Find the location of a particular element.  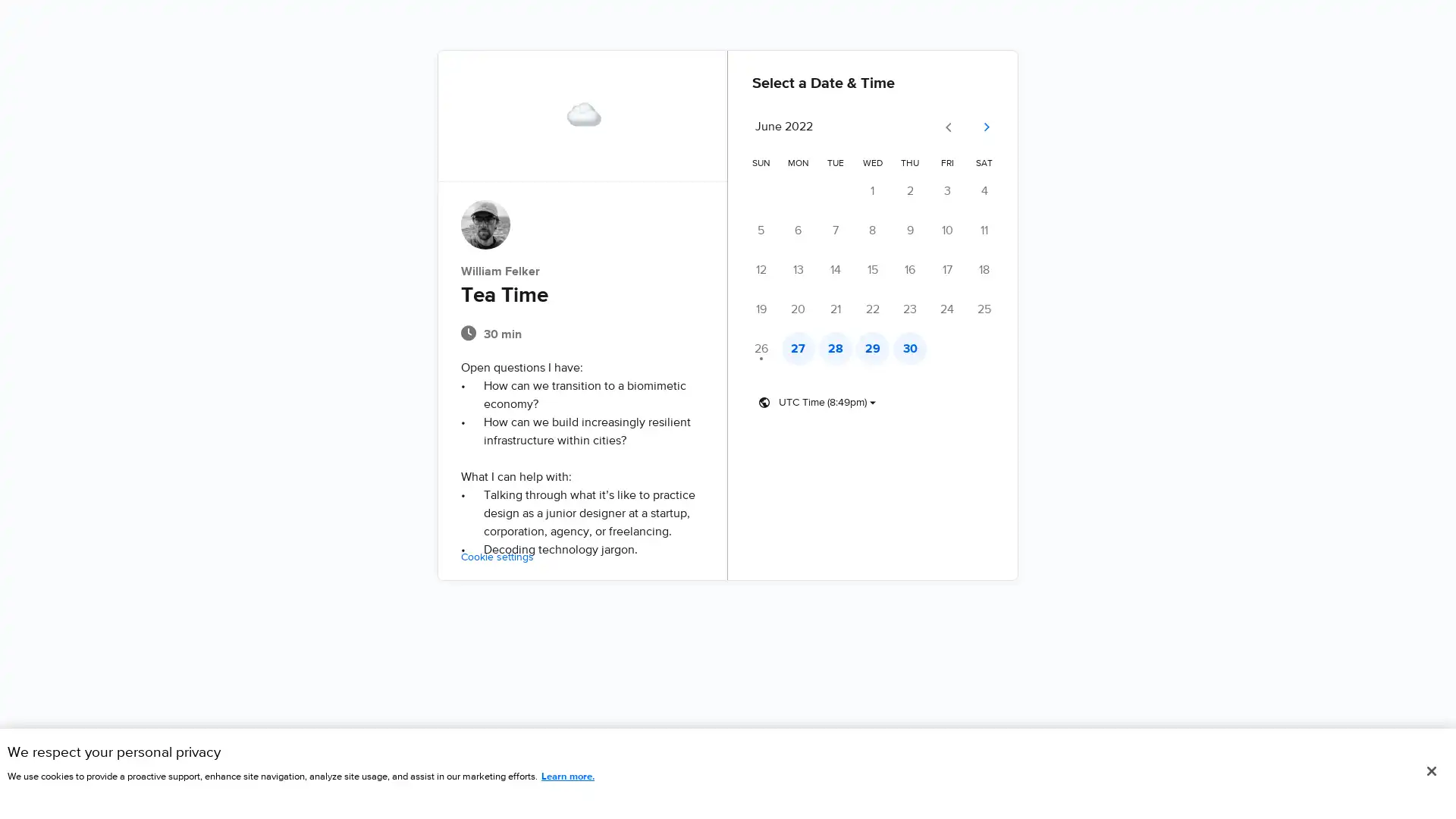

Friday, June 10 - No times available is located at coordinates (956, 231).